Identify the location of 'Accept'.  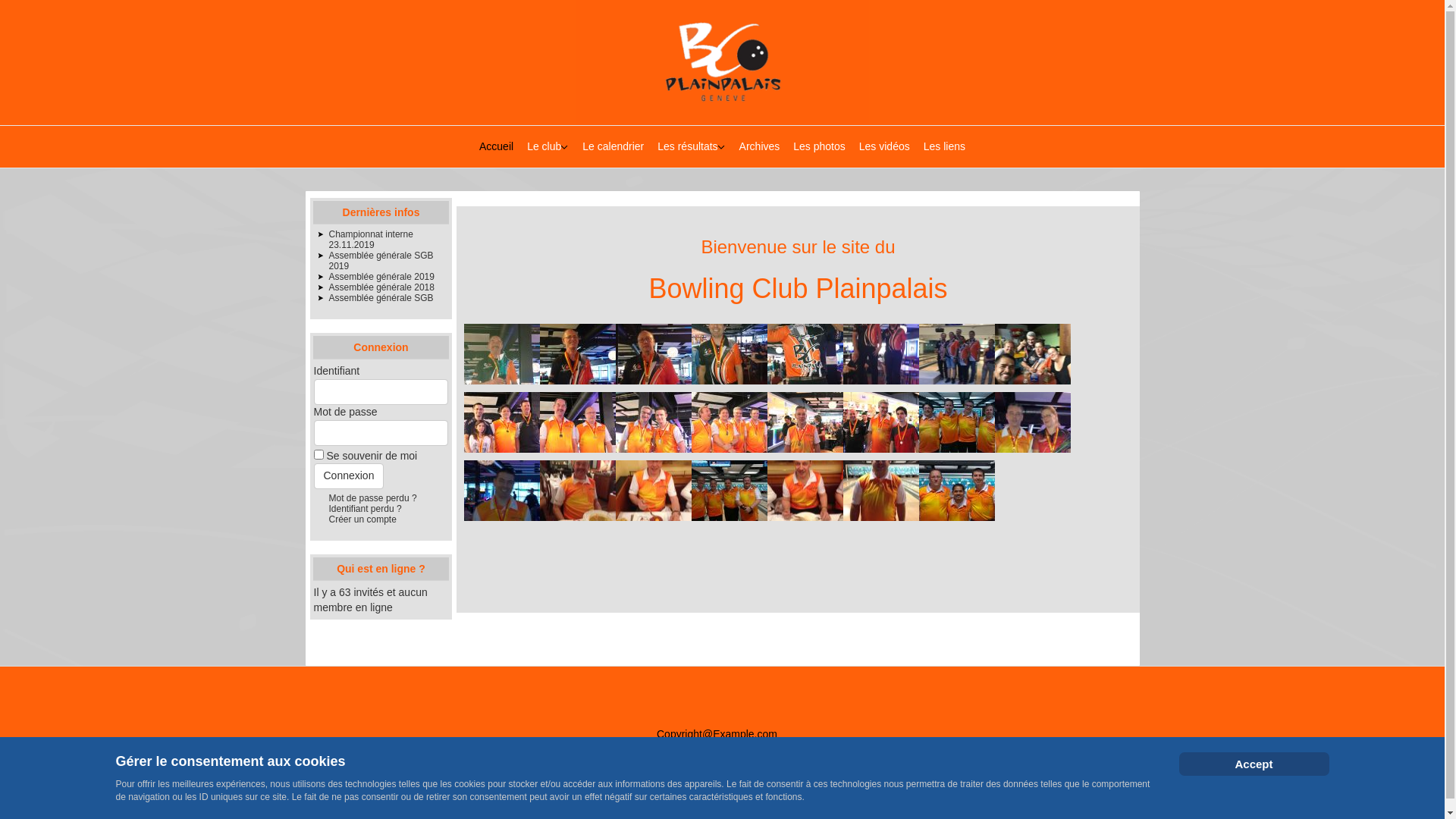
(1178, 764).